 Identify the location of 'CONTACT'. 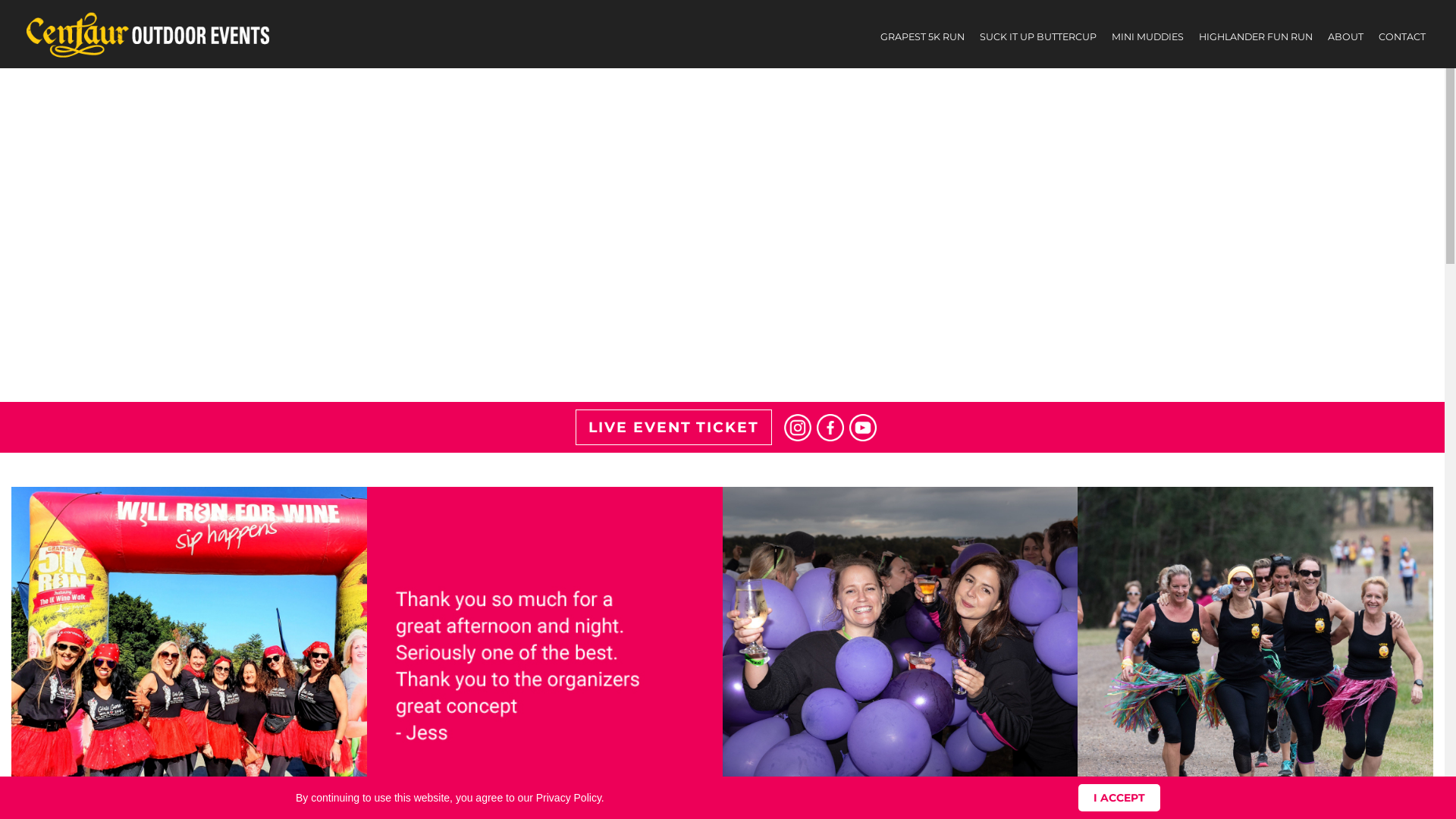
(1401, 36).